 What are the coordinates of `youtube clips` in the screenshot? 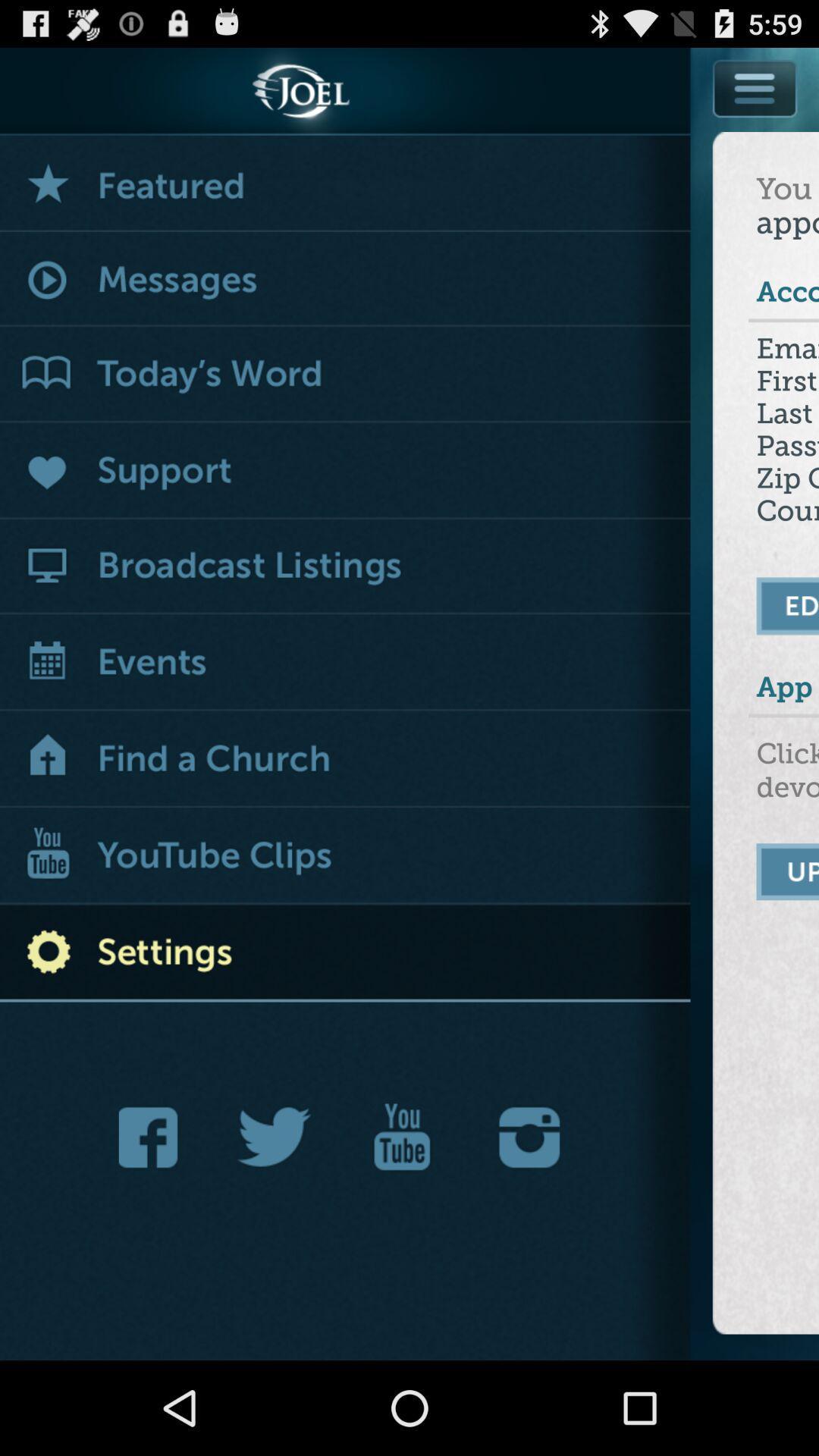 It's located at (345, 857).